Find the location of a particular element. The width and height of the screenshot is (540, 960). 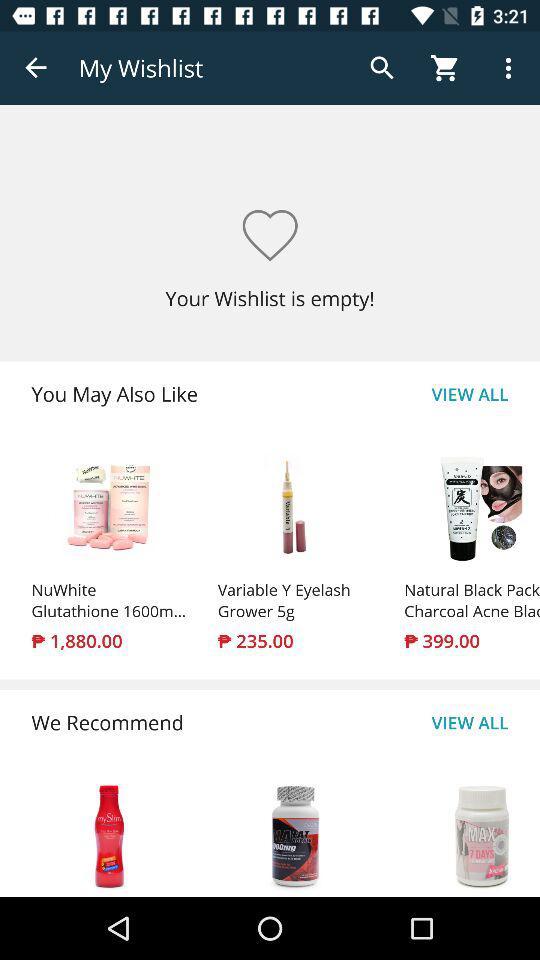

icon to the left of the my wishlist item is located at coordinates (36, 68).